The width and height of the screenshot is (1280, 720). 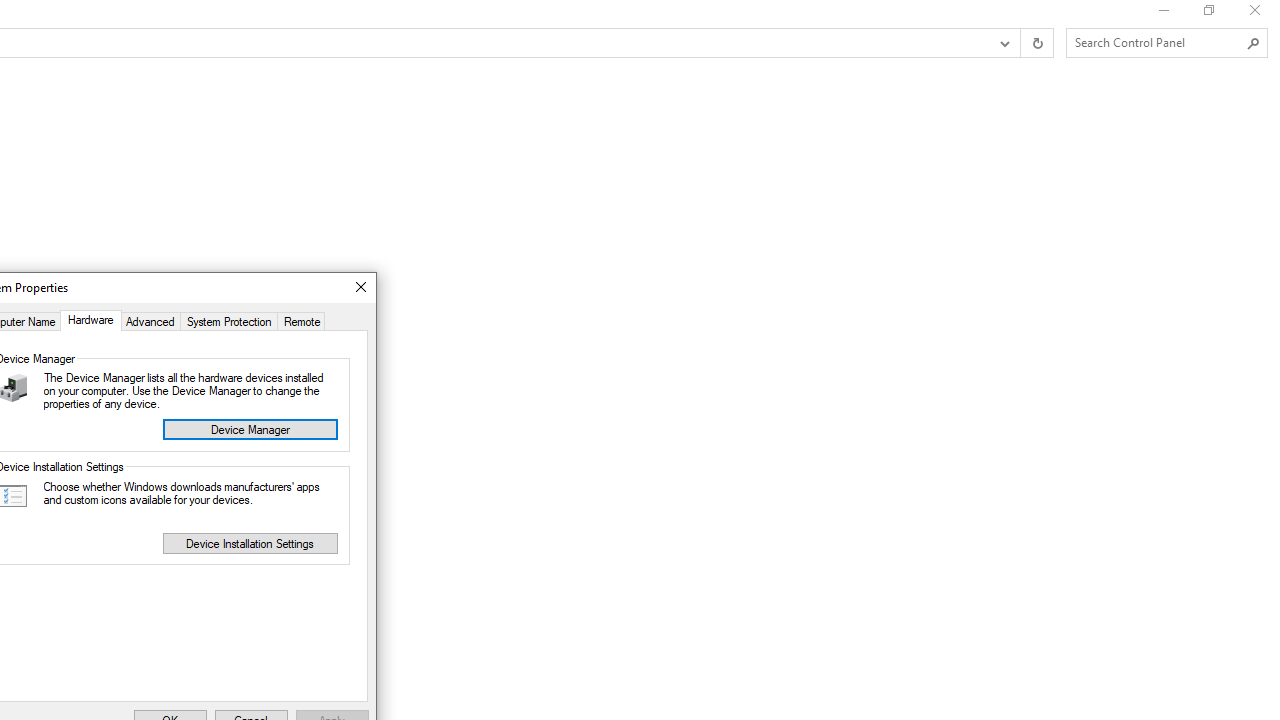 I want to click on 'Hardware', so click(x=89, y=319).